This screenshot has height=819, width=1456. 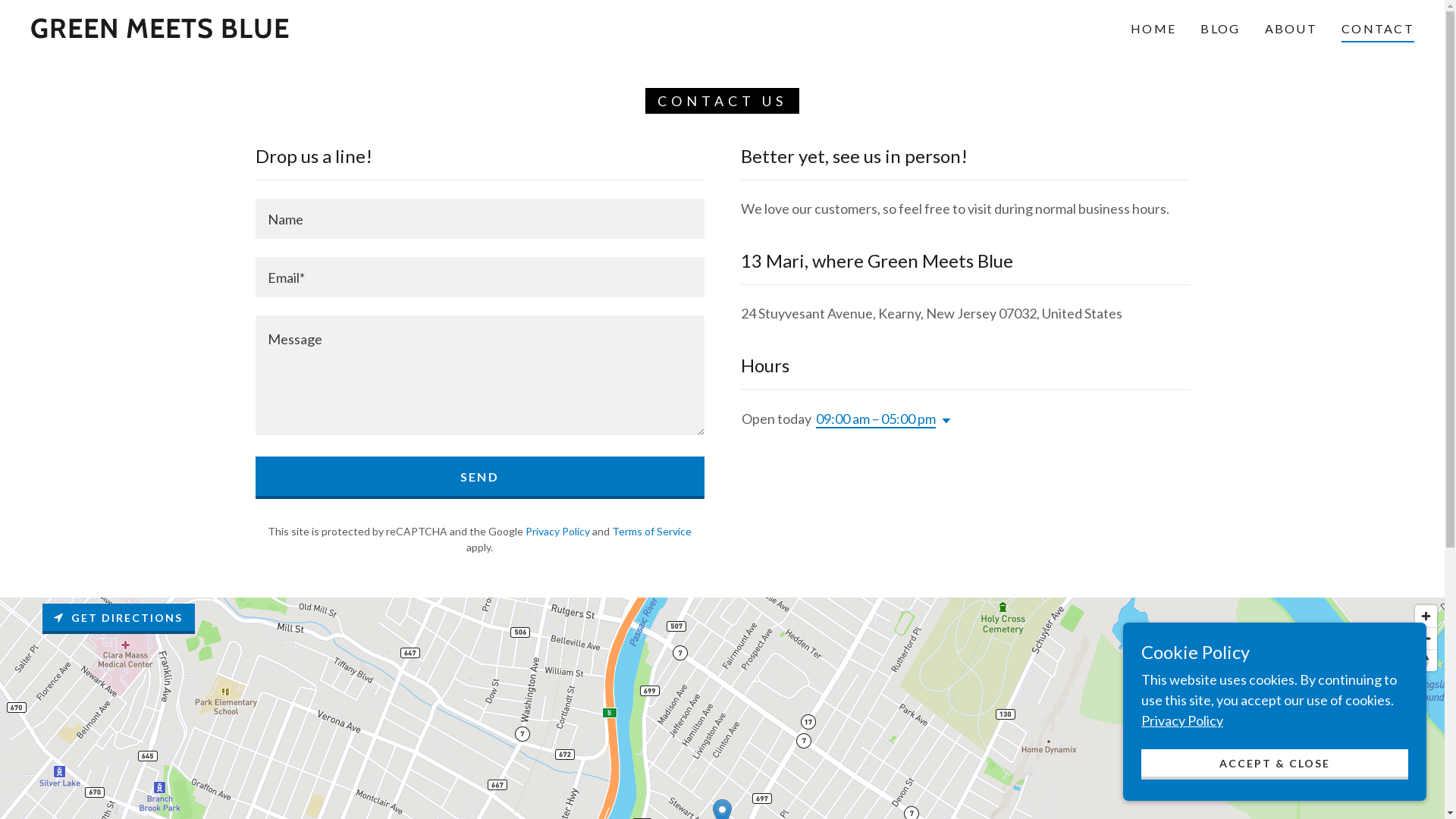 I want to click on 'Reset bearing to north', so click(x=1425, y=660).